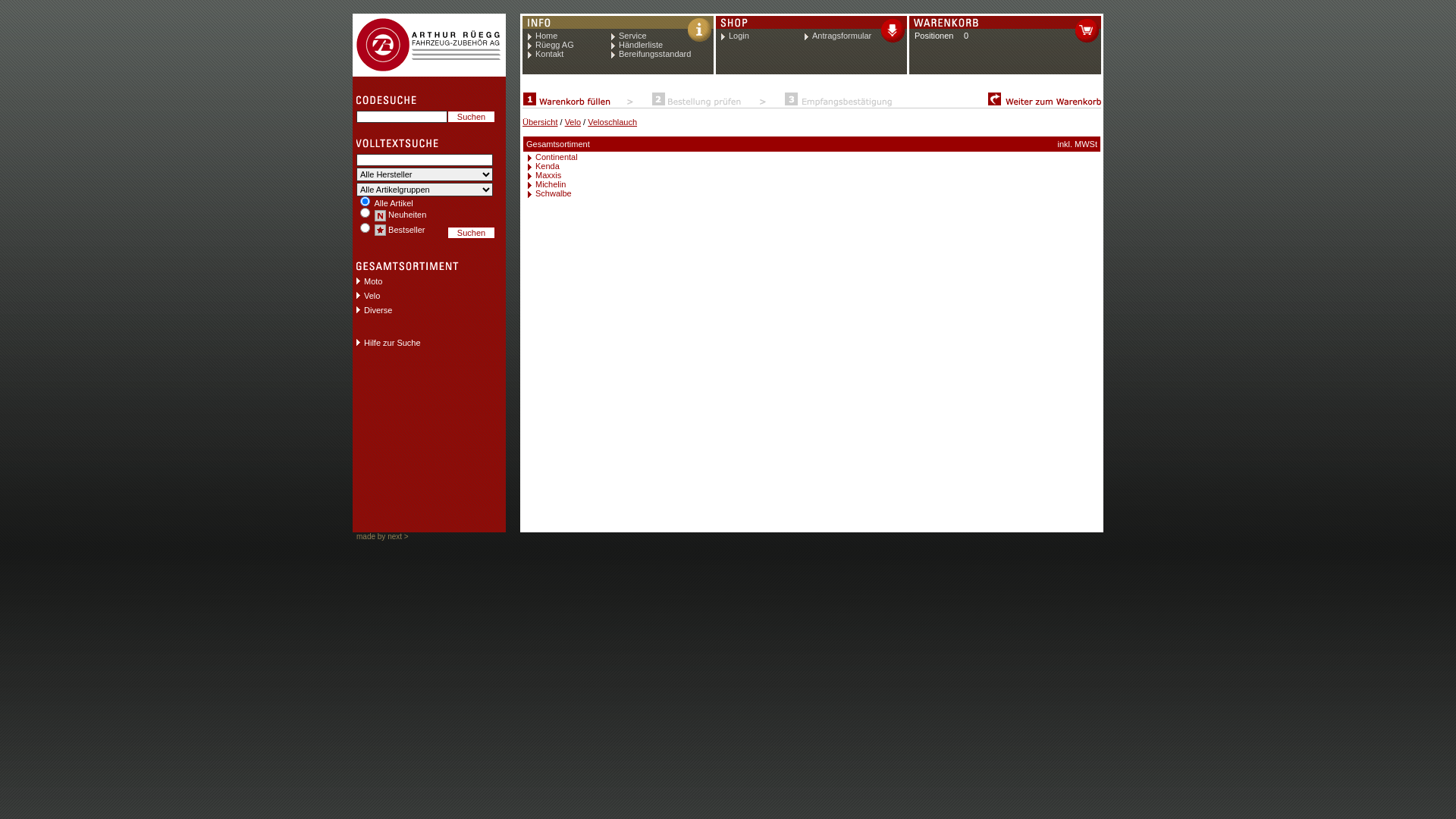 The width and height of the screenshot is (1456, 819). Describe the element at coordinates (352, 534) in the screenshot. I see `'made by next >'` at that location.